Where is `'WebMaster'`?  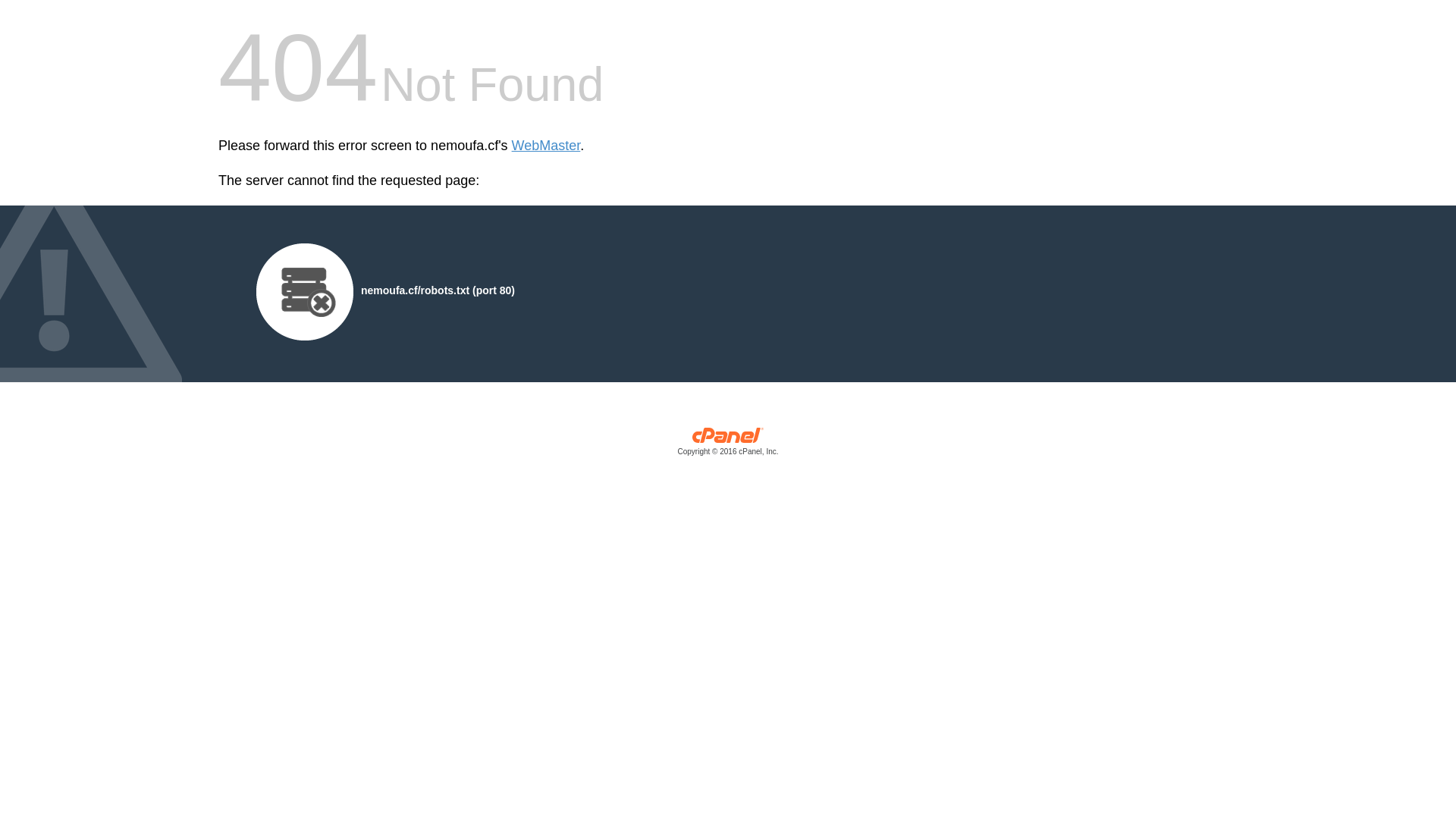
'WebMaster' is located at coordinates (546, 146).